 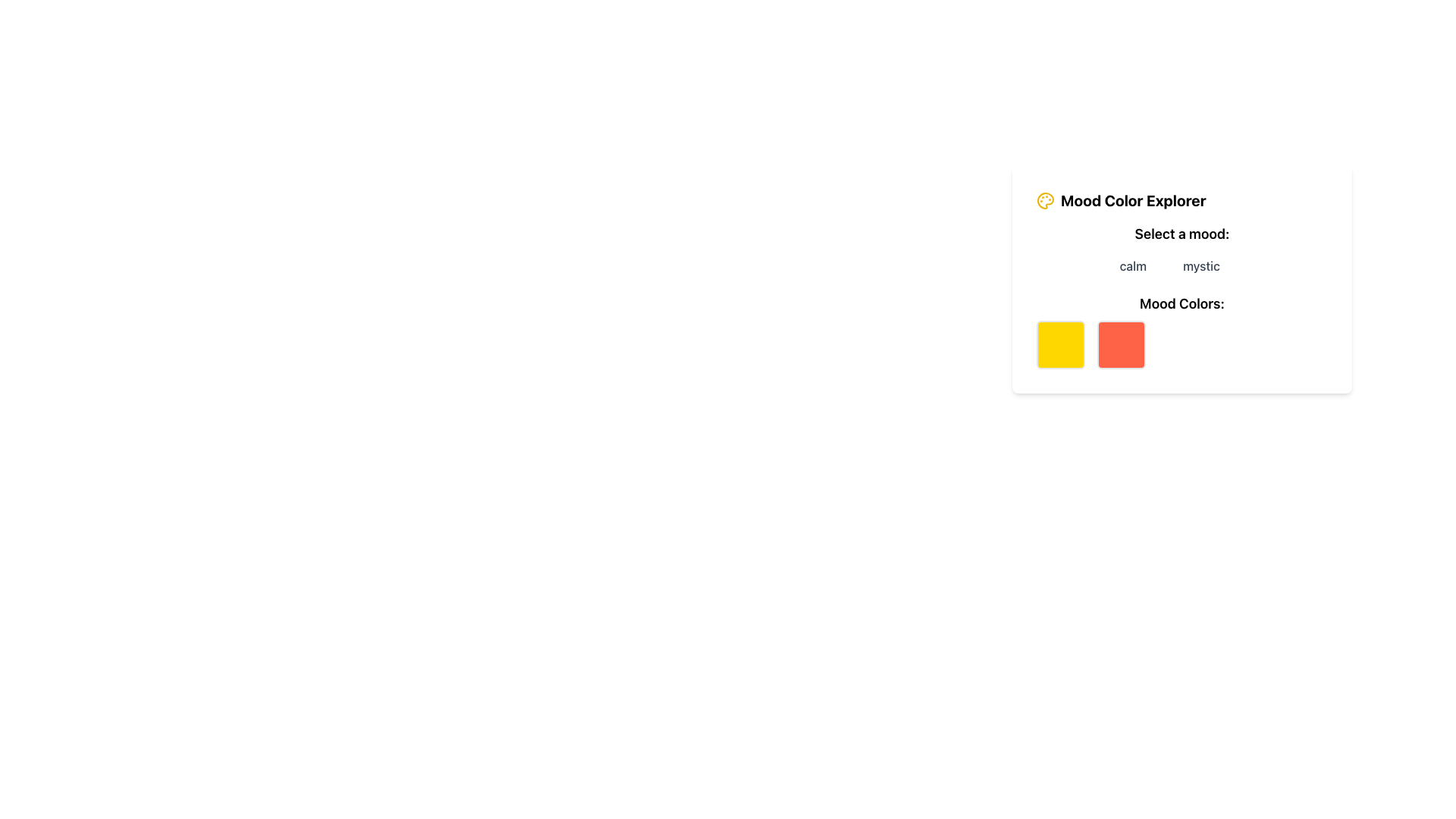 I want to click on the 'mystic' button in the Interactive selection menu labeled 'Select a mood:', so click(x=1181, y=251).